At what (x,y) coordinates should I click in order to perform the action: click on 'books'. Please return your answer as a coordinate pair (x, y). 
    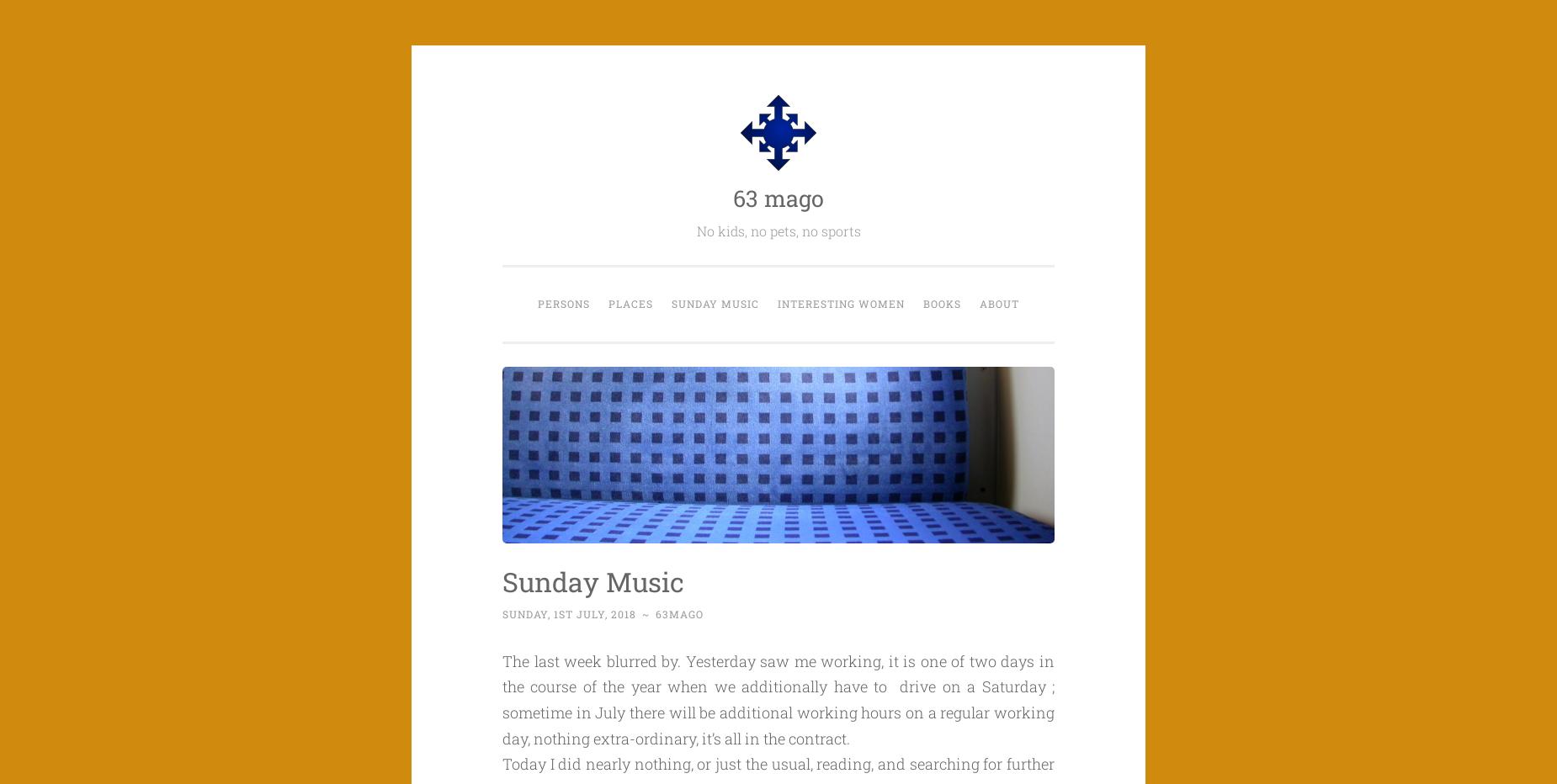
    Looking at the image, I should click on (922, 302).